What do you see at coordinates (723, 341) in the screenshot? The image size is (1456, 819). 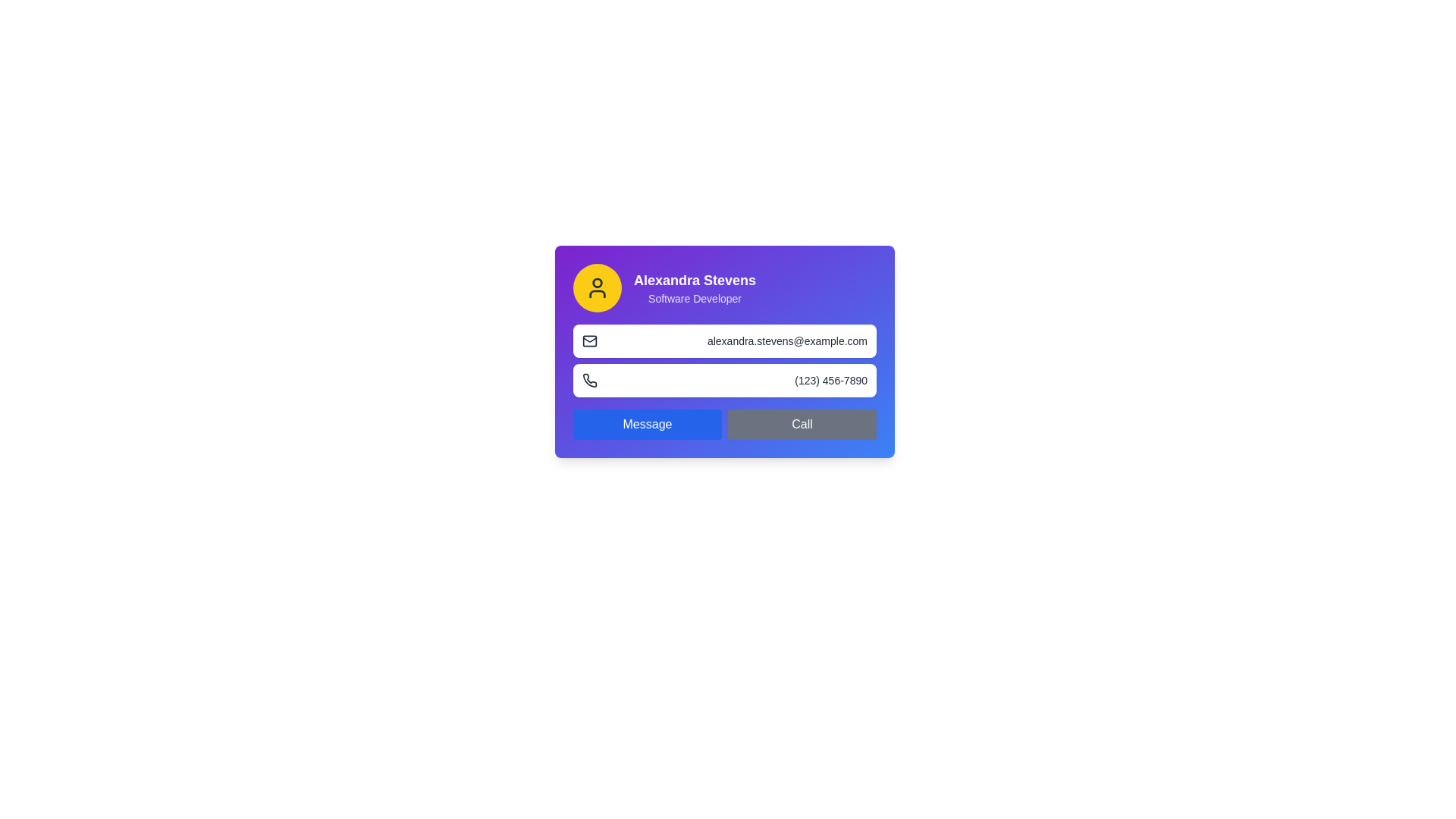 I see `the text display element that shows the user's email address, which is centrally located above the phone number display` at bounding box center [723, 341].